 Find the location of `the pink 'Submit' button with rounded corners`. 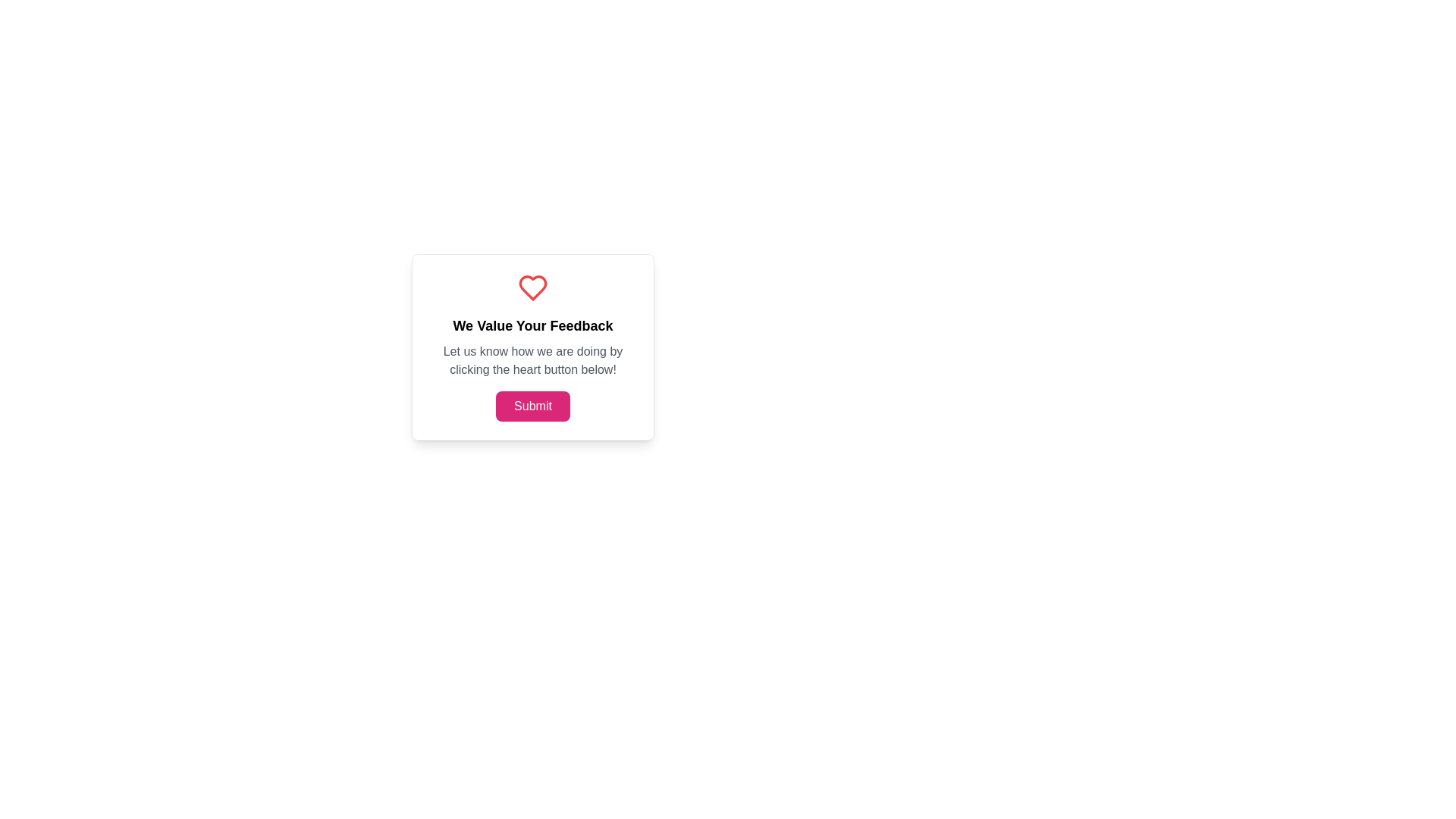

the pink 'Submit' button with rounded corners is located at coordinates (532, 406).